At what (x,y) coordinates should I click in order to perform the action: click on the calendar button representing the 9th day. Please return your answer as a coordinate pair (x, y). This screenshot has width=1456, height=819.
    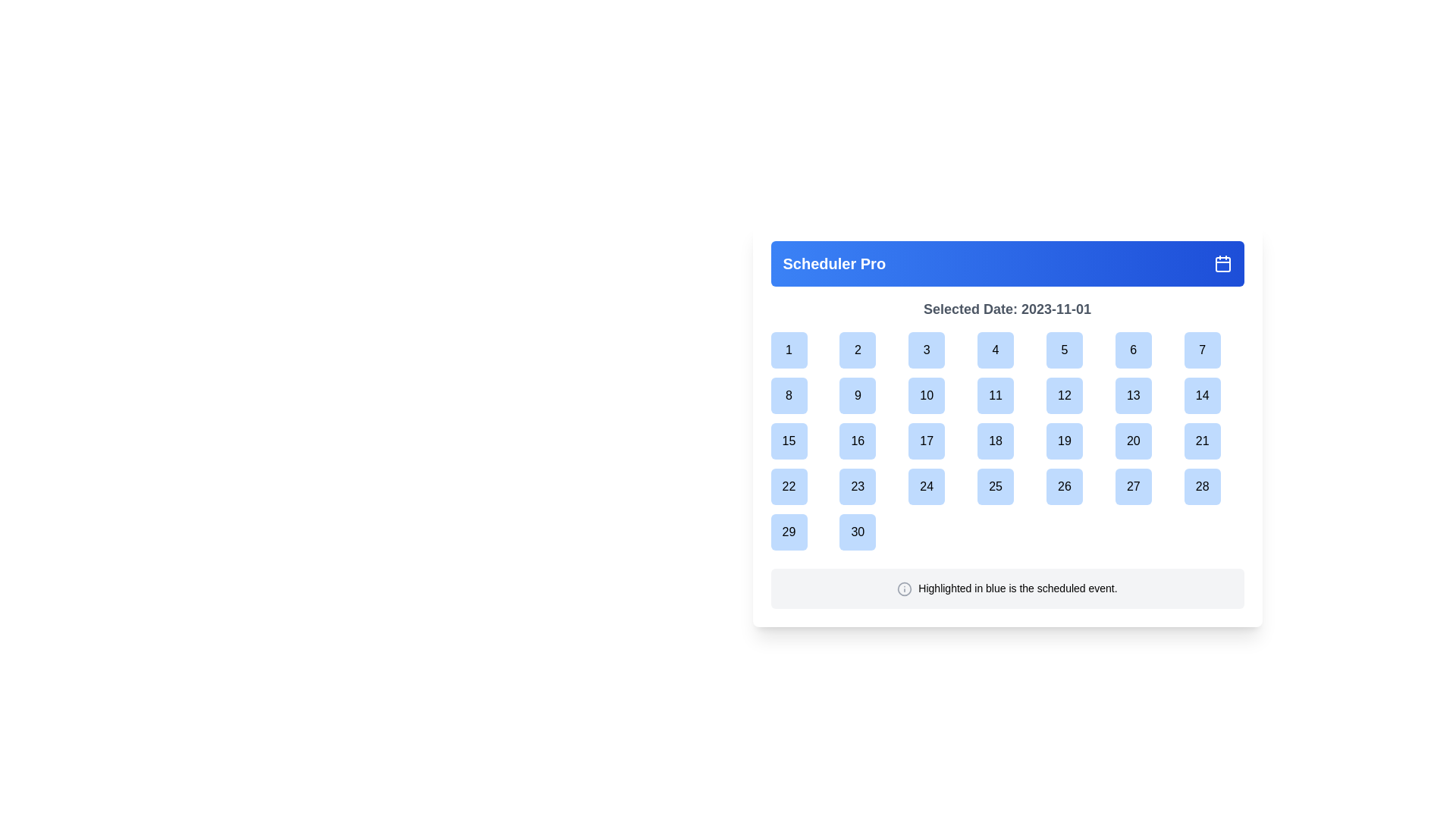
    Looking at the image, I should click on (869, 394).